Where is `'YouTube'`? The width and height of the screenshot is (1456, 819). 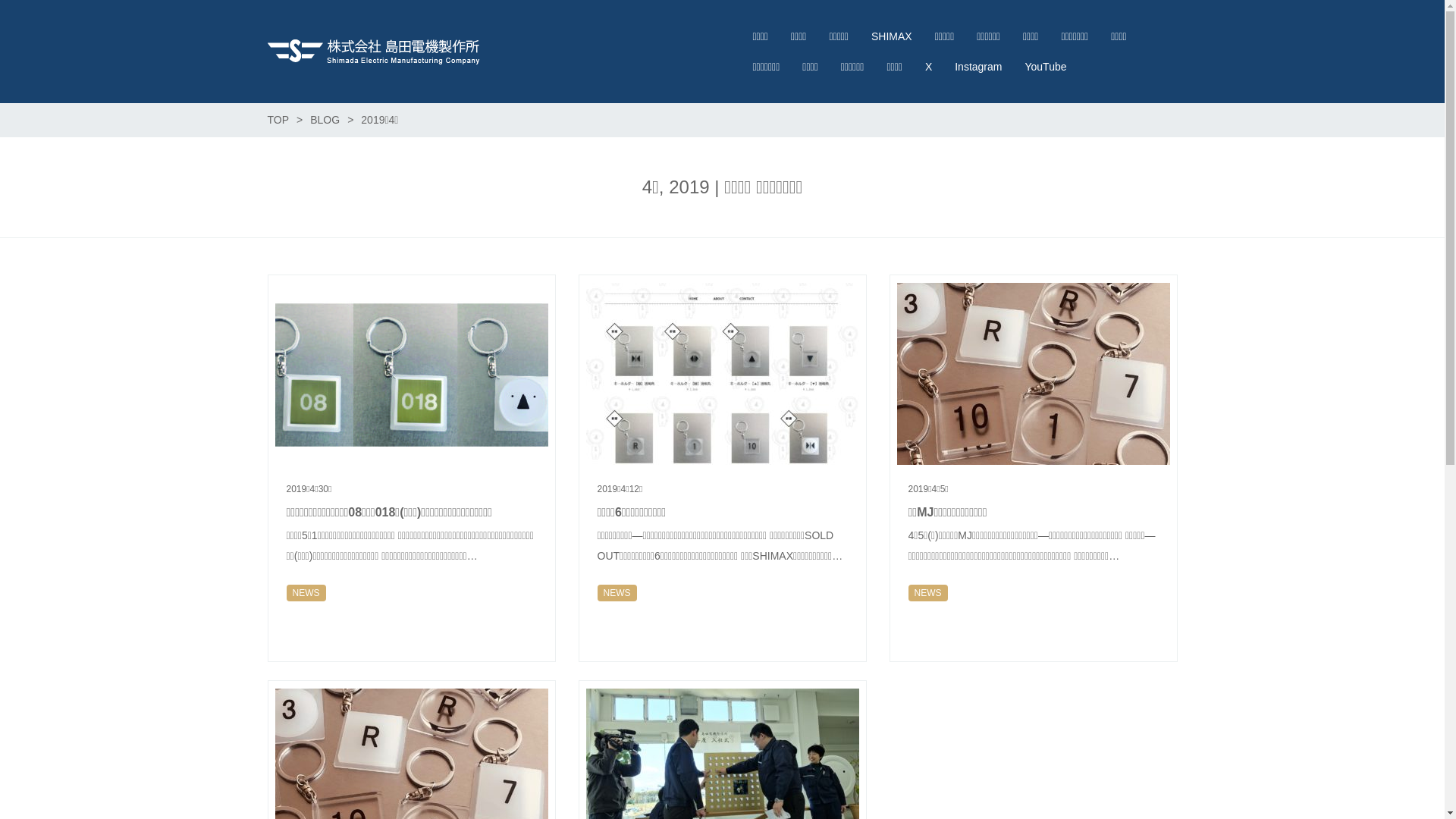
'YouTube' is located at coordinates (1012, 66).